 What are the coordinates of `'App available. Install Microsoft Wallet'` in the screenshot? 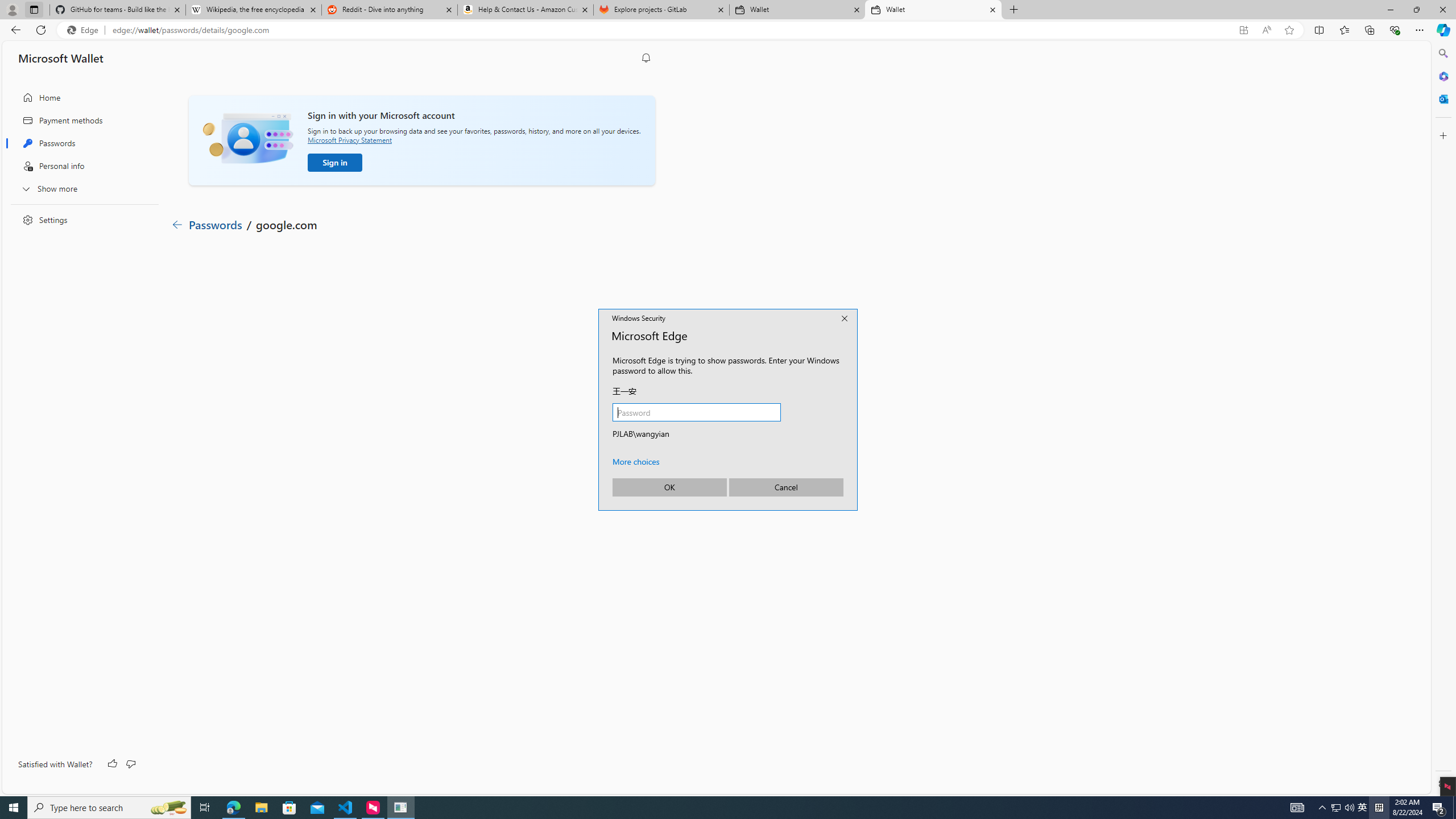 It's located at (1243, 30).